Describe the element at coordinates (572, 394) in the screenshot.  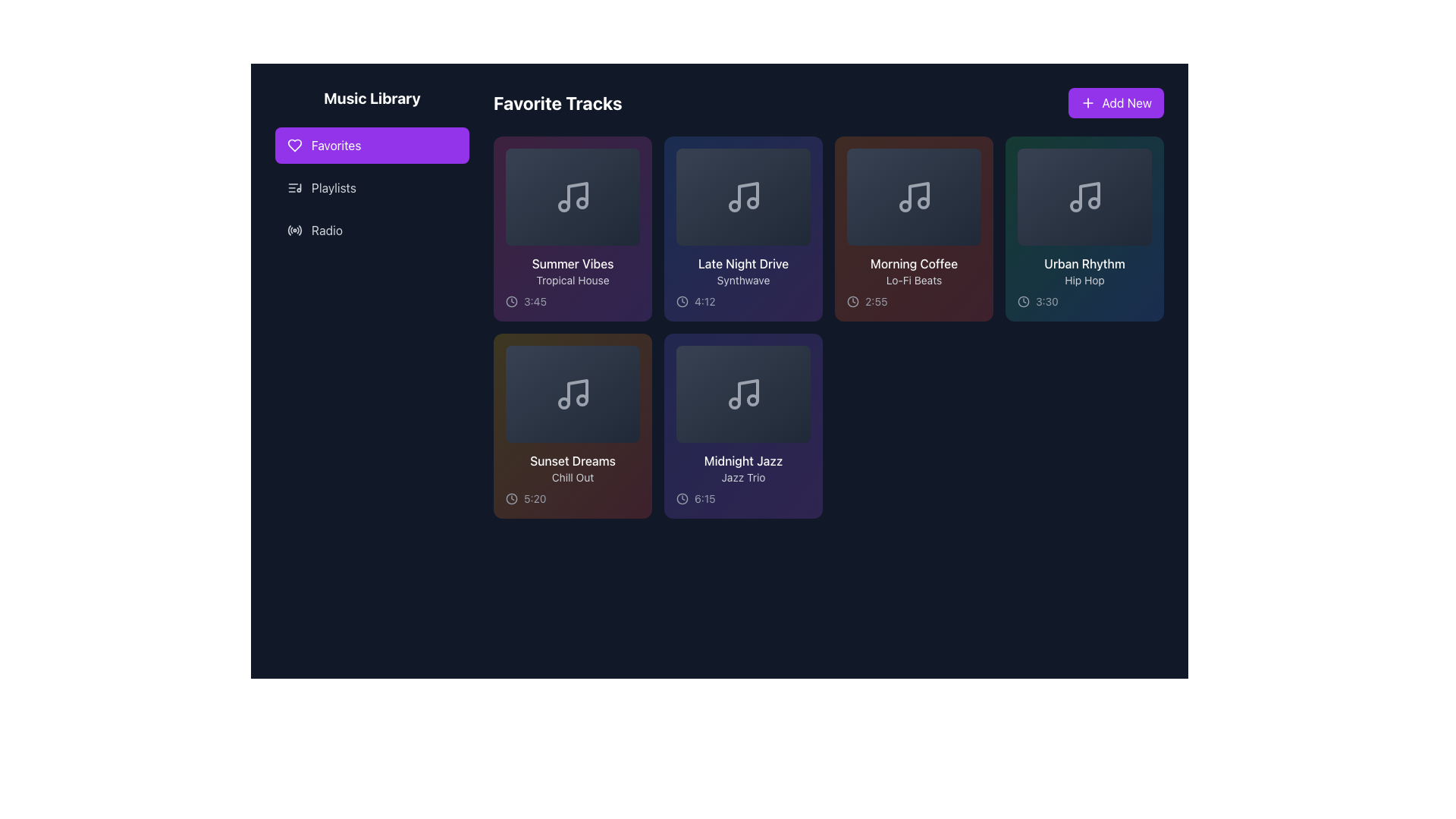
I see `the 'Sunset Dreams' music icon, which is a static visual component located in the grid under the 'Favorite Tracks' heading` at that location.